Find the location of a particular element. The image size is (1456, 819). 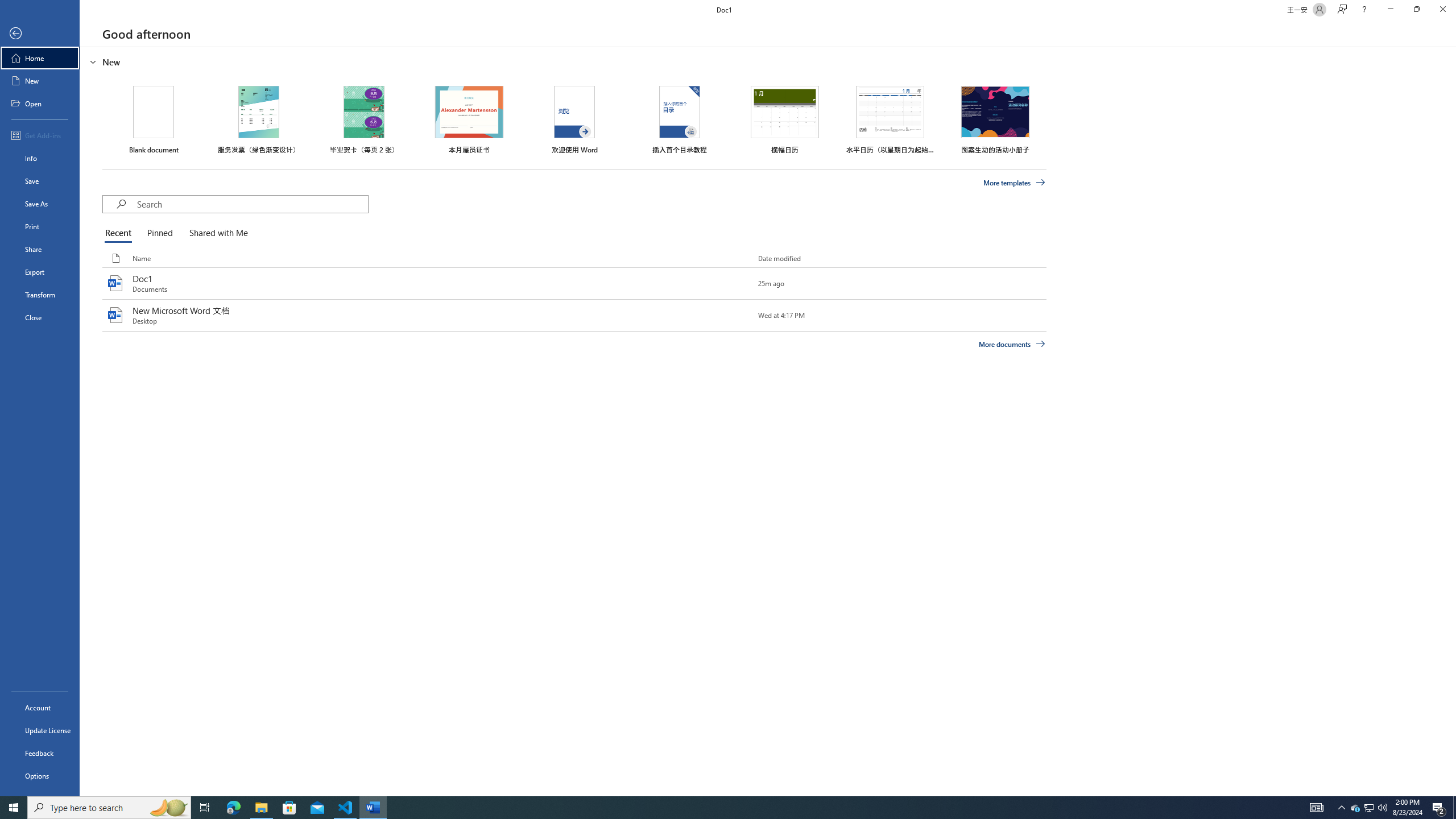

'More documents' is located at coordinates (1011, 344).